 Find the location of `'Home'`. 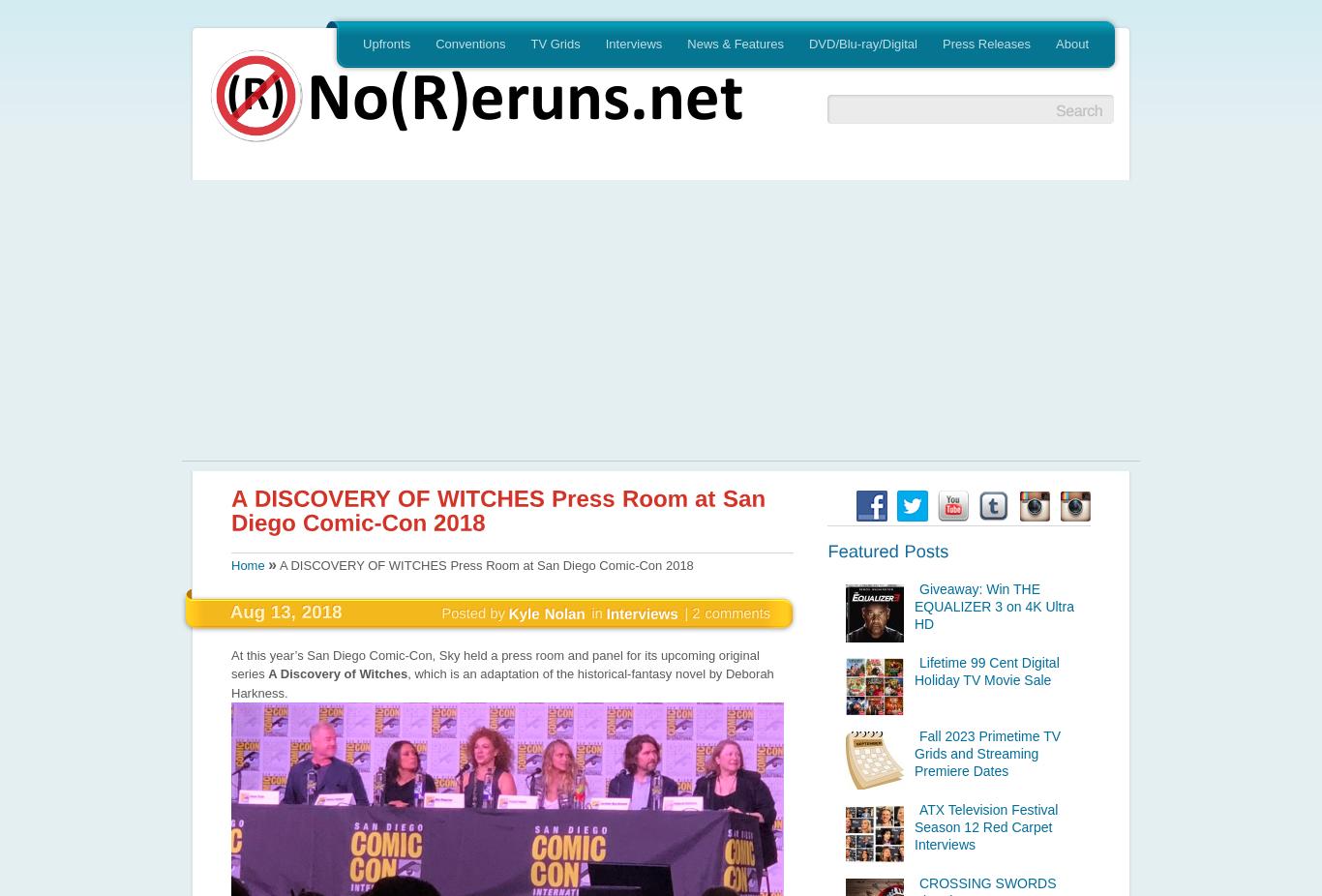

'Home' is located at coordinates (247, 564).